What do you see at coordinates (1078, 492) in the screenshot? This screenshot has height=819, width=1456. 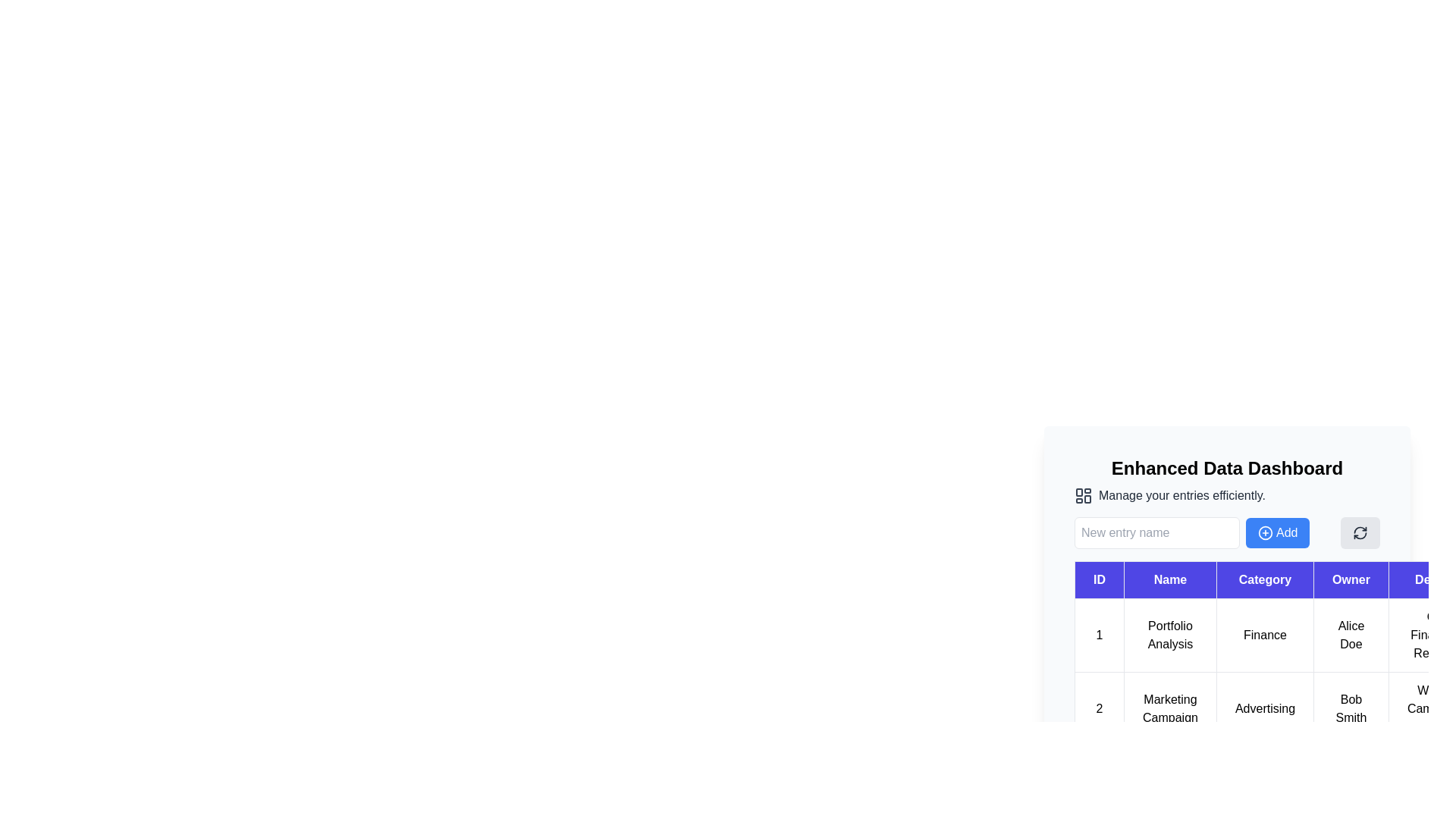 I see `the decorative icon component, which is a small rectangle with rounded corners located at the top-left of a grid-like icon structure next to the 'Enhanced Data Dashboard' heading` at bounding box center [1078, 492].